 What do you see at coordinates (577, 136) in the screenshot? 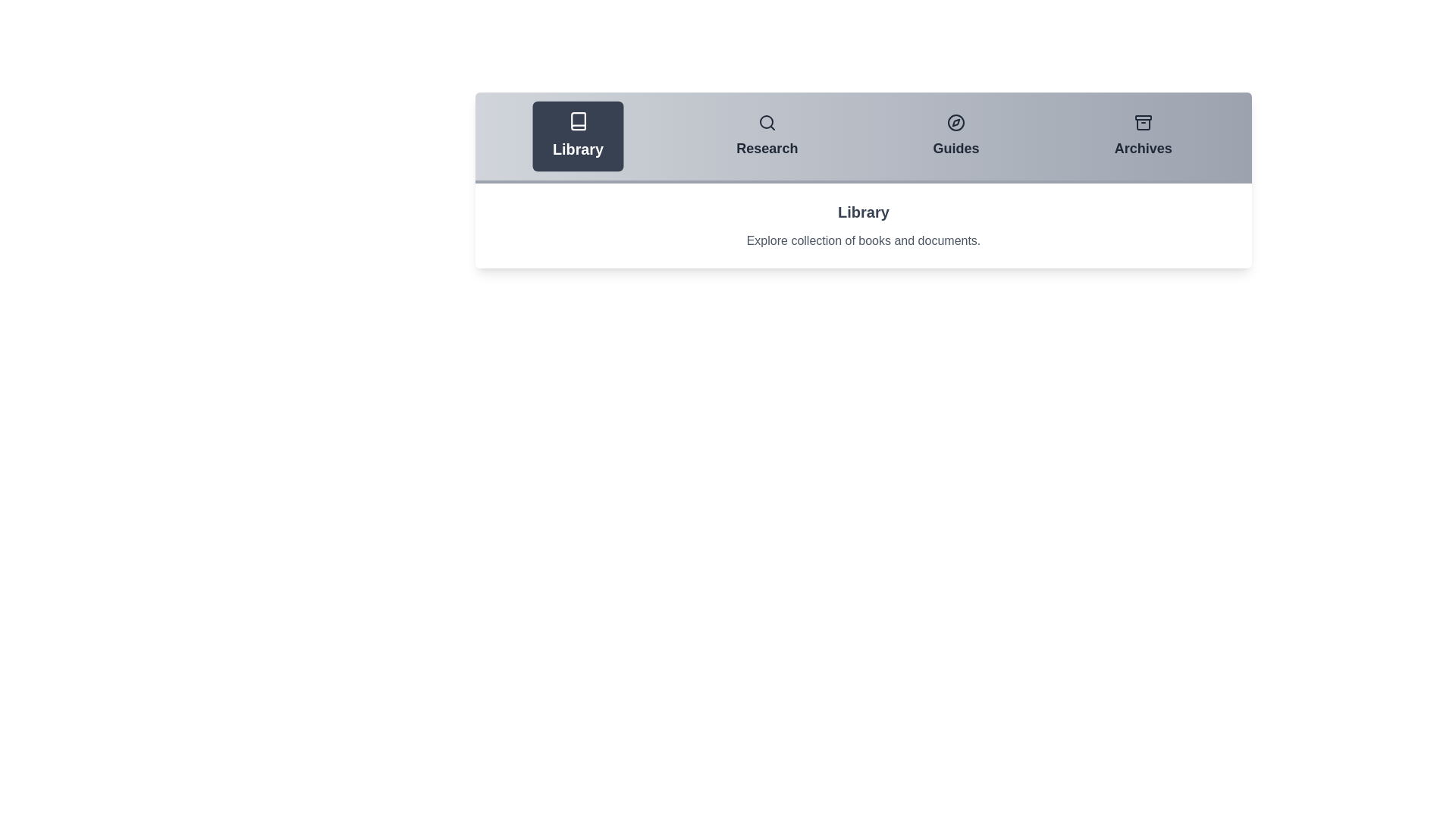
I see `the Library tab to view its contents` at bounding box center [577, 136].